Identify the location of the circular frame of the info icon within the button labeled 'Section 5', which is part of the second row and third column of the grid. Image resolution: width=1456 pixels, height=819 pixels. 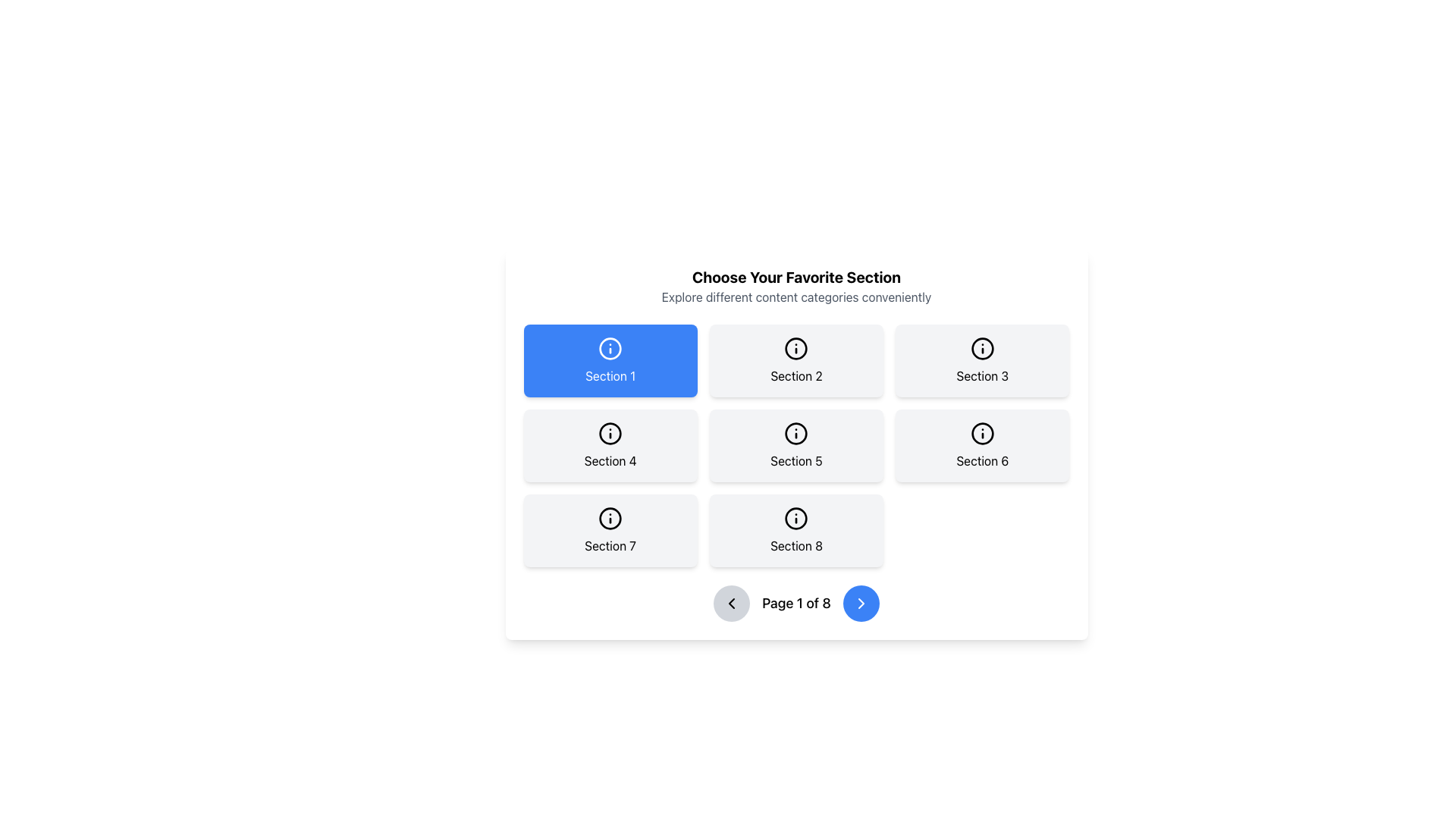
(795, 433).